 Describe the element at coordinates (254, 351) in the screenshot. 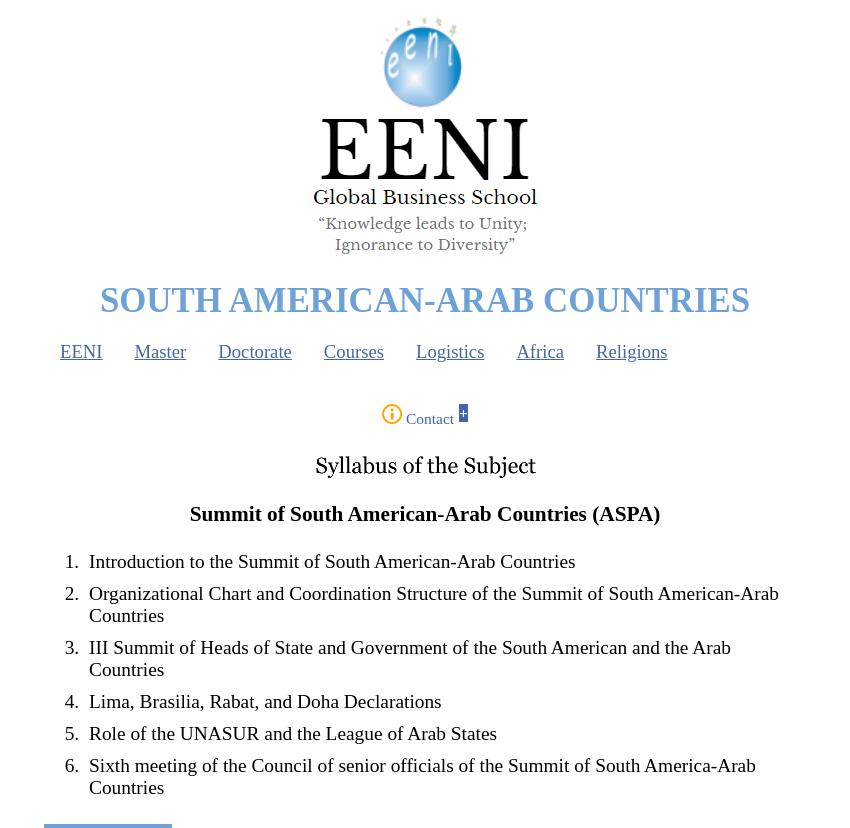

I see `'Doctorate'` at that location.